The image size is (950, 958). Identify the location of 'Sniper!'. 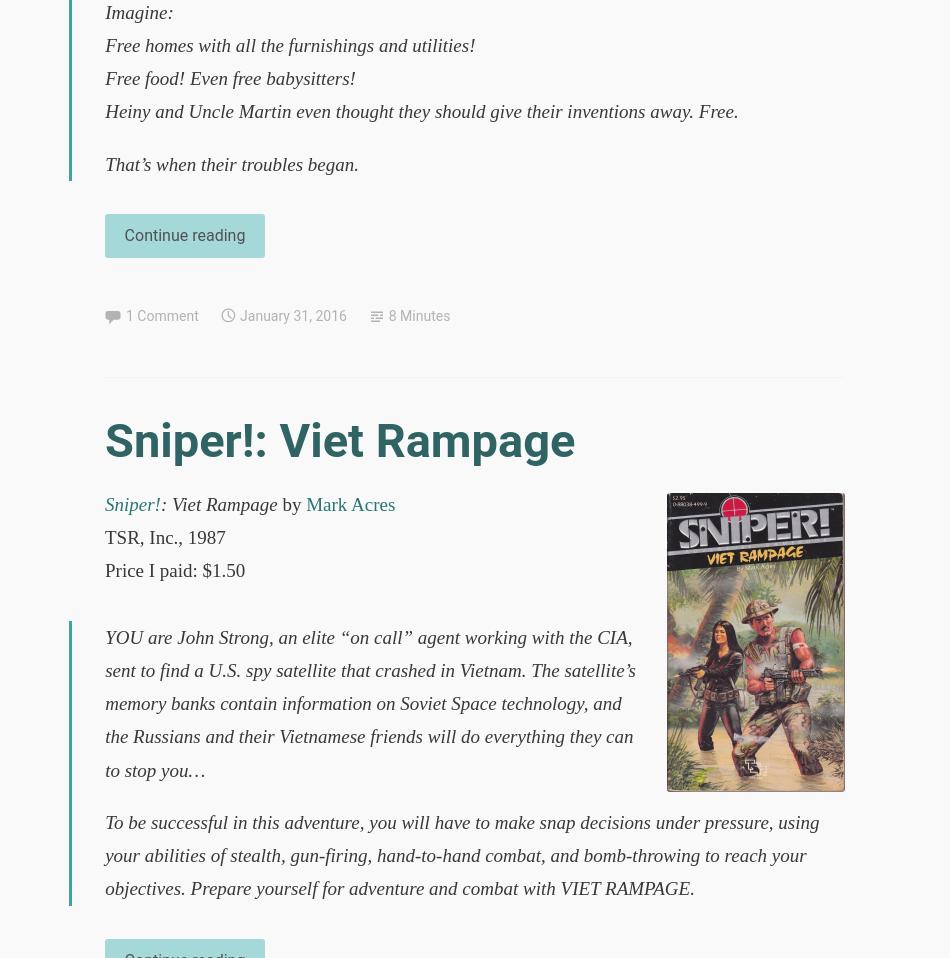
(132, 502).